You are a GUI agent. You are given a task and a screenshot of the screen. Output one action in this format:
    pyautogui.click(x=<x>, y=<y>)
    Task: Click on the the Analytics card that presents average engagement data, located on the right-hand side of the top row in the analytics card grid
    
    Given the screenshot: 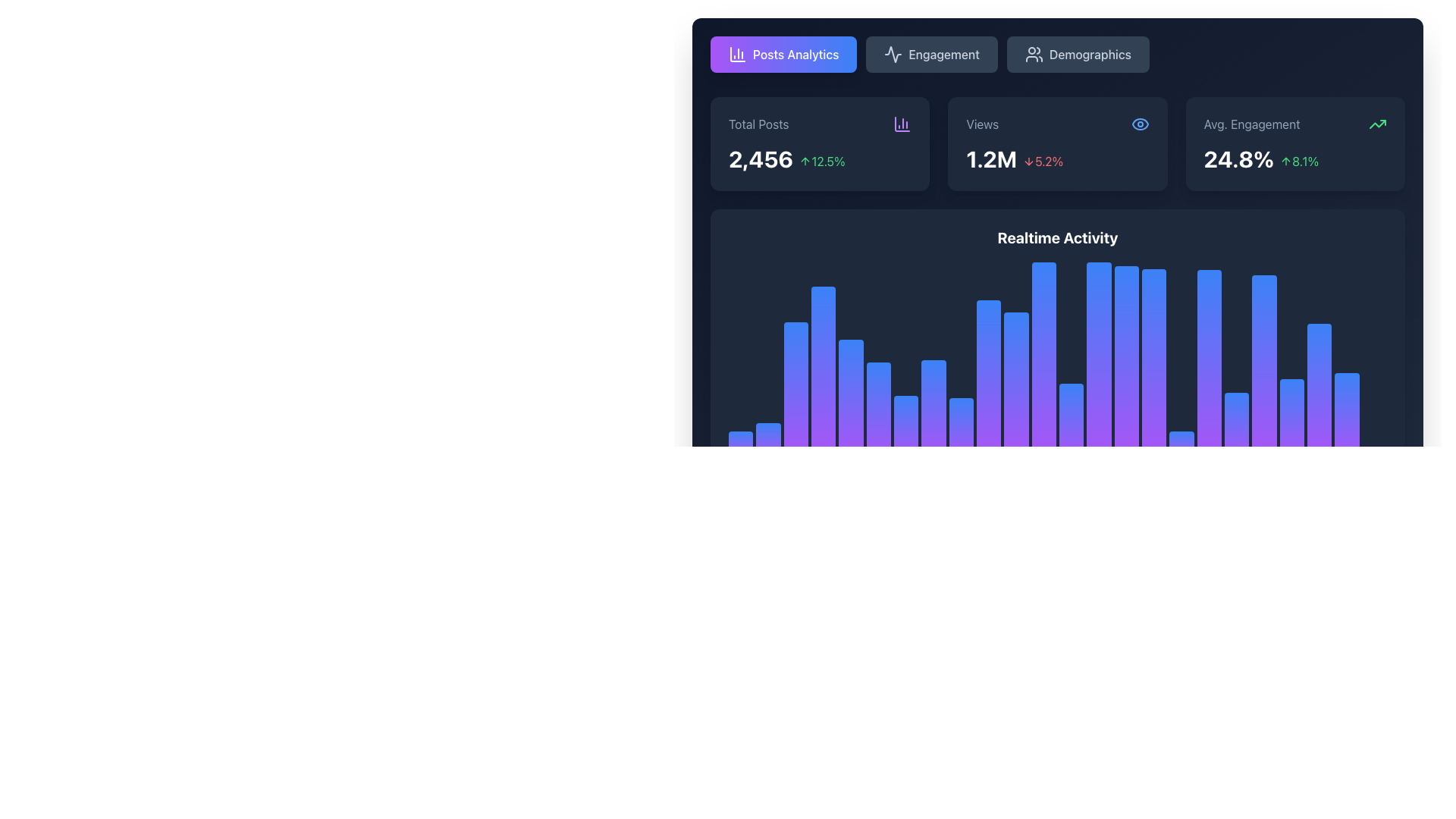 What is the action you would take?
    pyautogui.click(x=1294, y=143)
    